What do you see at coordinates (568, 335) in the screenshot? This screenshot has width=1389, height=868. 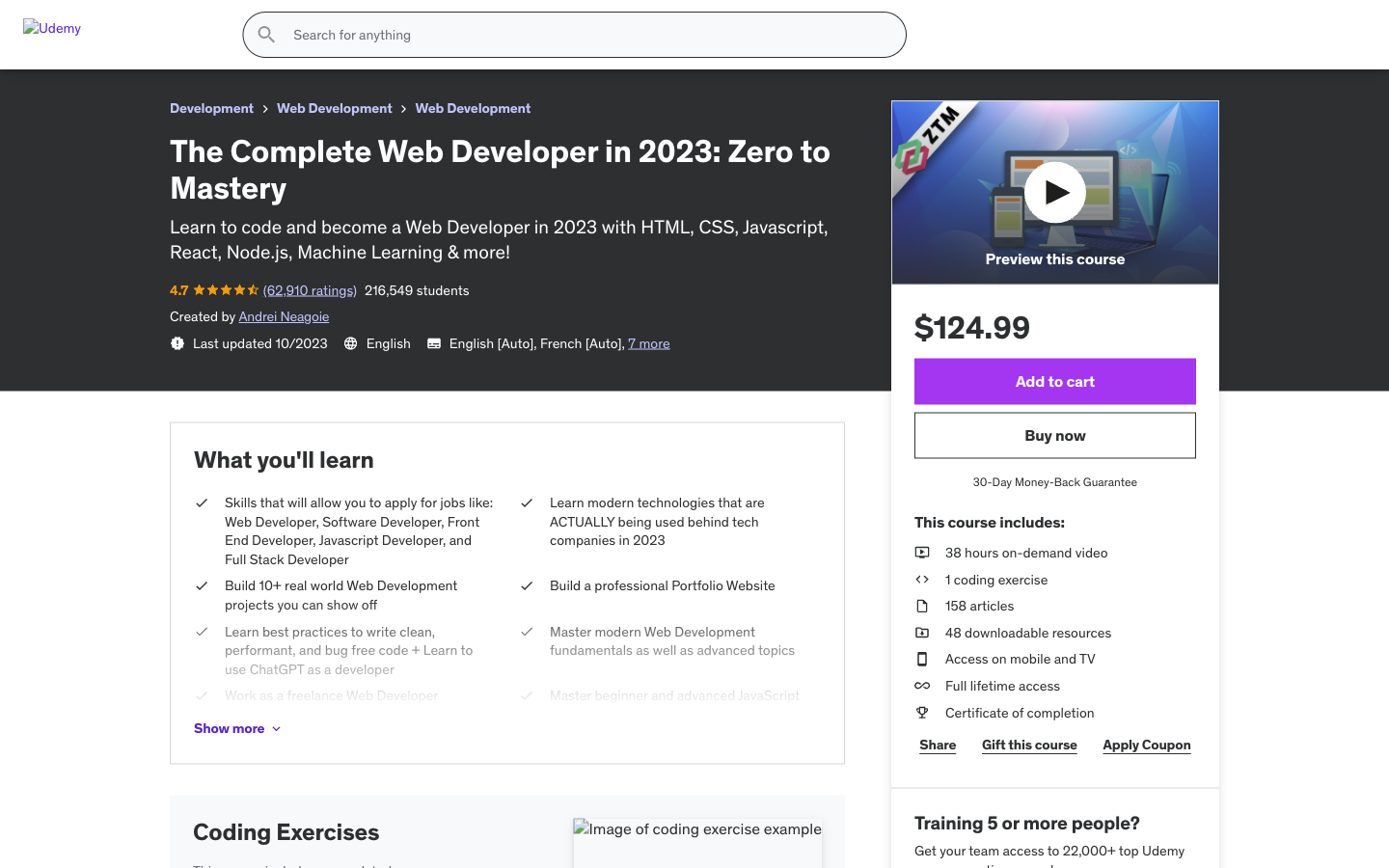 I see `Remove the last character of the tracking number in the tracking bar` at bounding box center [568, 335].